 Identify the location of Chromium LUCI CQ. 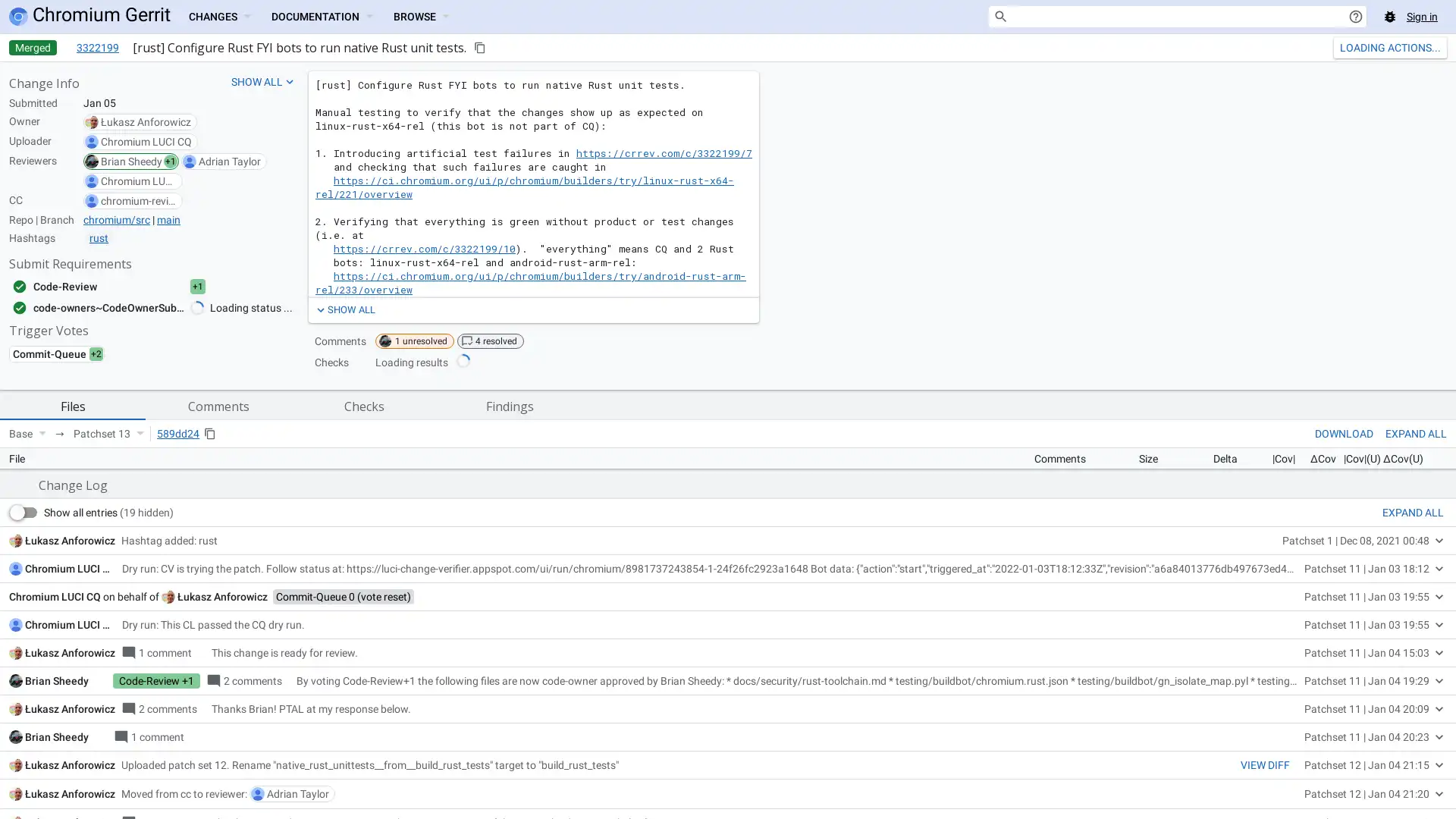
(146, 141).